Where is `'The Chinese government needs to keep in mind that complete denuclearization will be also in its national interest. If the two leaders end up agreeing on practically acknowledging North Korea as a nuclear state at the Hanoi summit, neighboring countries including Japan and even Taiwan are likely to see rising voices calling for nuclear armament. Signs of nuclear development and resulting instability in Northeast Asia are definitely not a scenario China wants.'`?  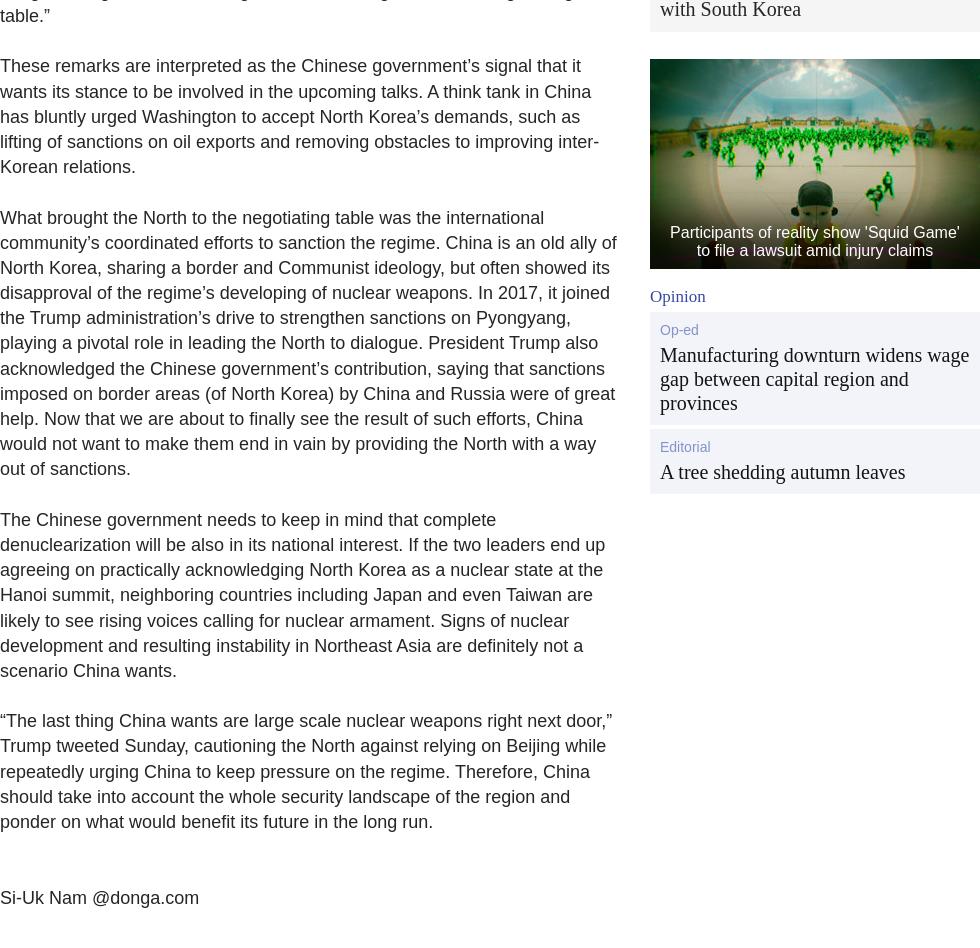
'The Chinese government needs to keep in mind that complete denuclearization will be also in its national interest. If the two leaders end up agreeing on practically acknowledging North Korea as a nuclear state at the Hanoi summit, neighboring countries including Japan and even Taiwan are likely to see rising voices calling for nuclear armament. Signs of nuclear development and resulting instability in Northeast Asia are definitely not a scenario China wants.' is located at coordinates (302, 593).